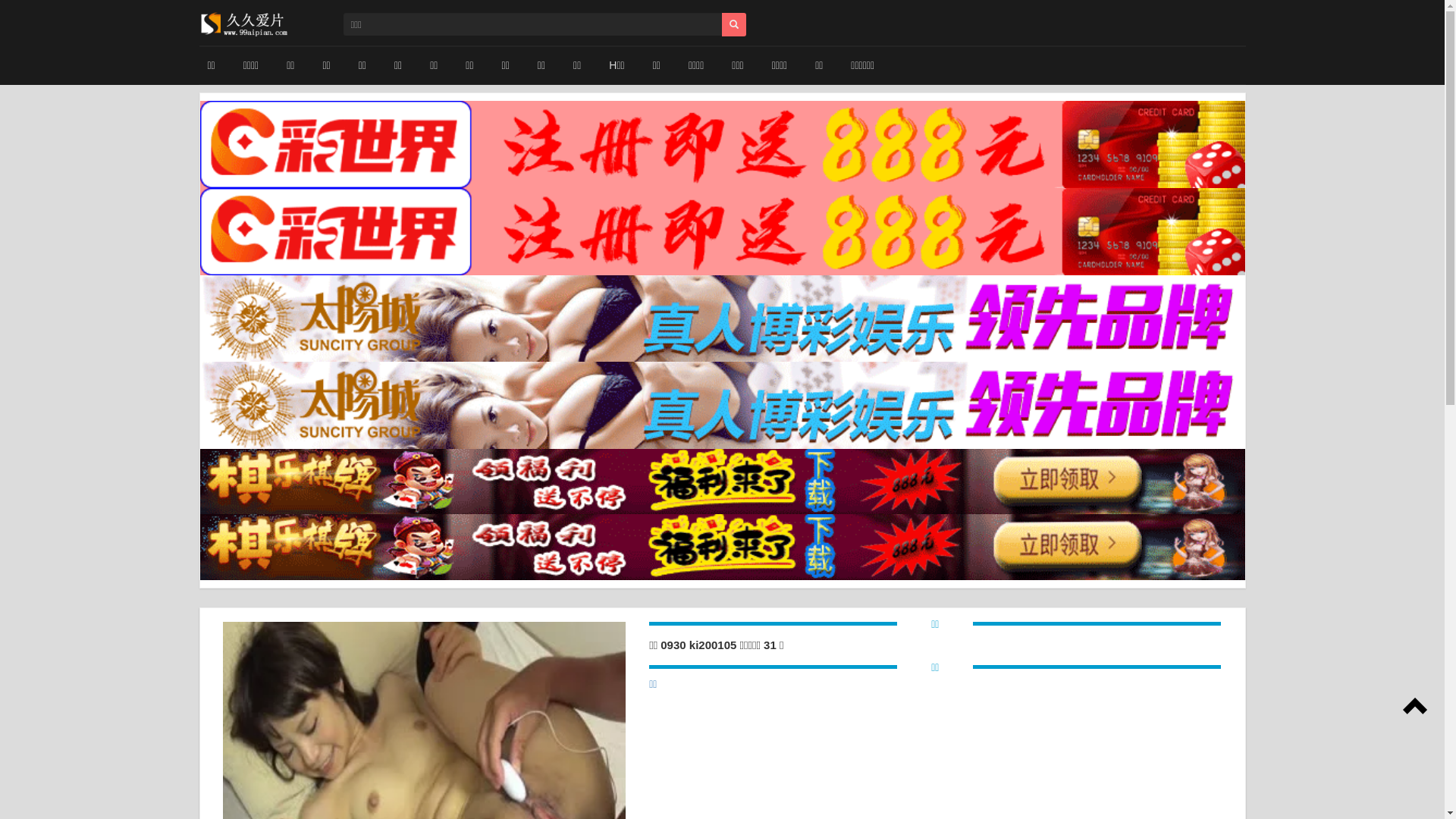  Describe the element at coordinates (198, 23) in the screenshot. I see `'www.15h2.com'` at that location.